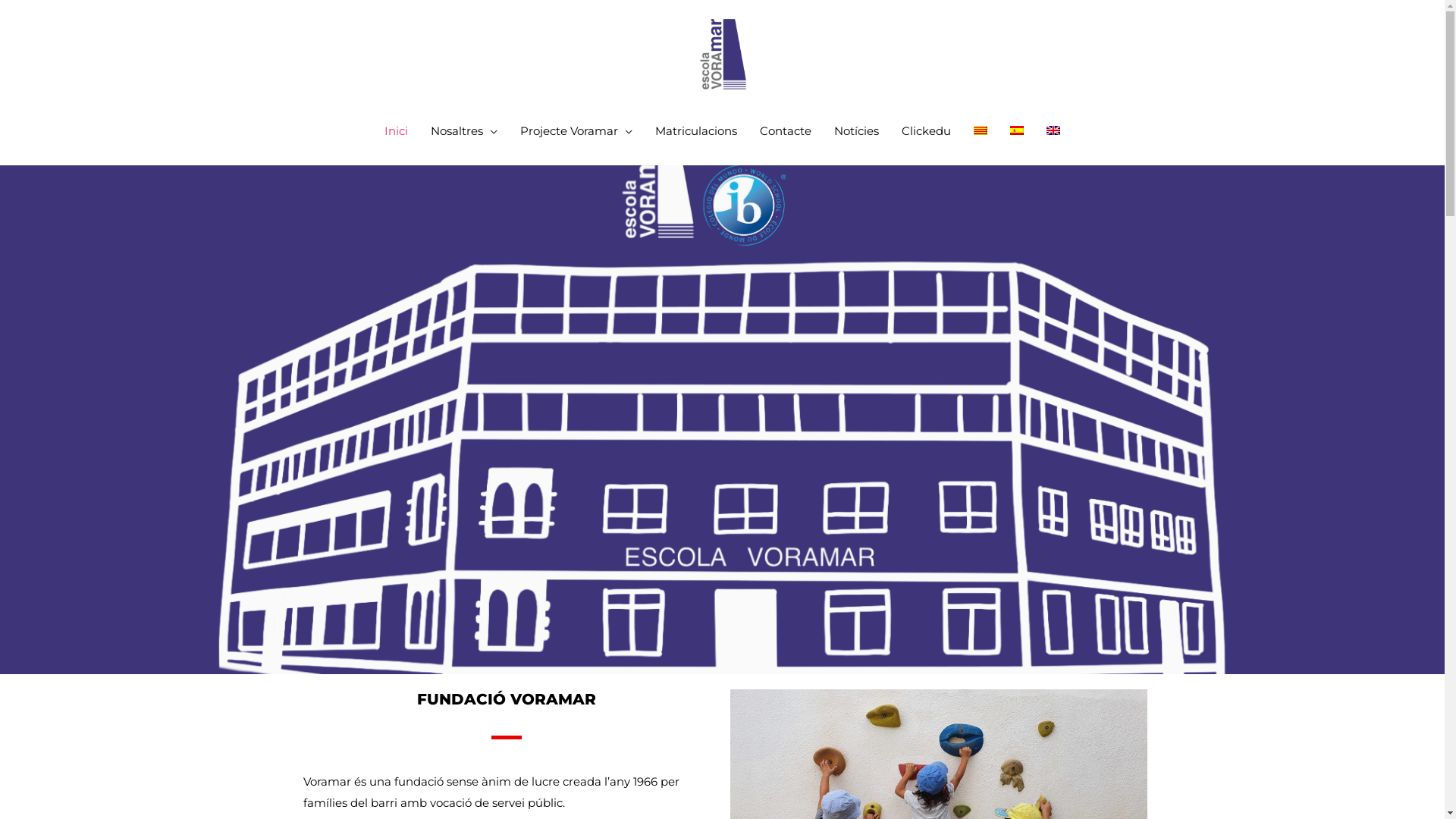  I want to click on 'Inici', so click(372, 130).